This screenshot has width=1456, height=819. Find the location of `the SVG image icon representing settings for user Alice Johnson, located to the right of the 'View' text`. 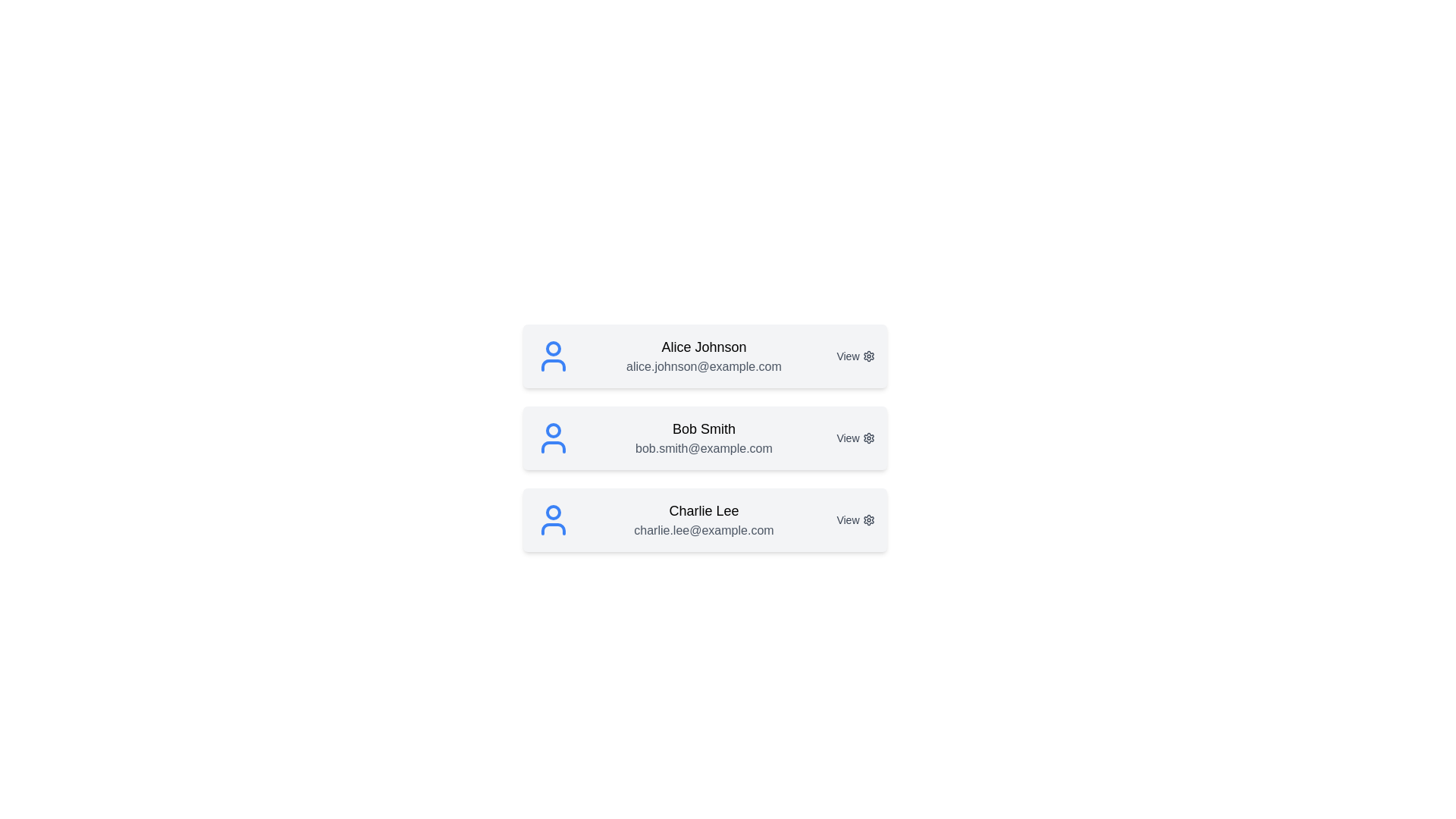

the SVG image icon representing settings for user Alice Johnson, located to the right of the 'View' text is located at coordinates (868, 356).